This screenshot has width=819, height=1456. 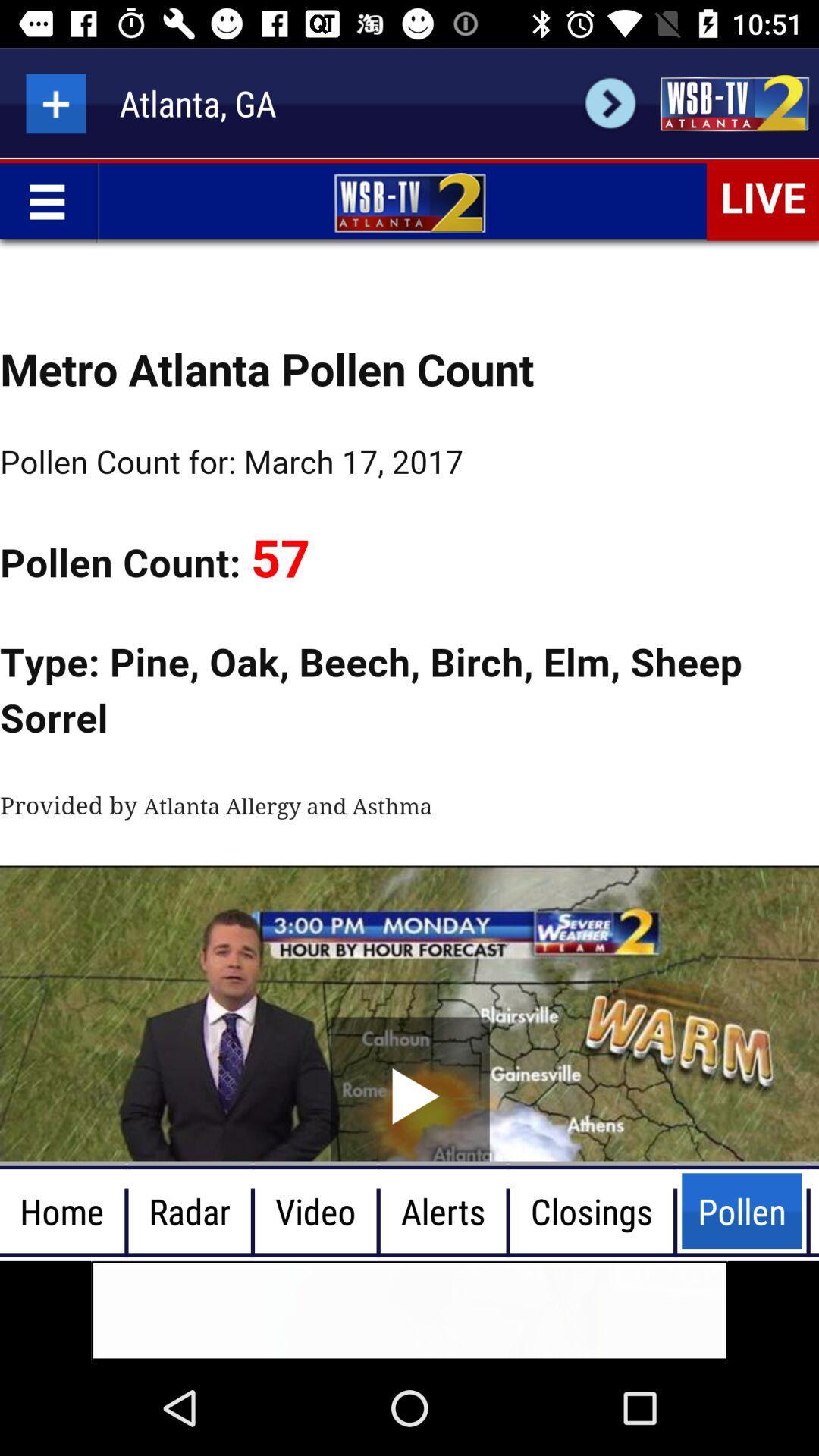 I want to click on the arrow_forward icon, so click(x=610, y=102).